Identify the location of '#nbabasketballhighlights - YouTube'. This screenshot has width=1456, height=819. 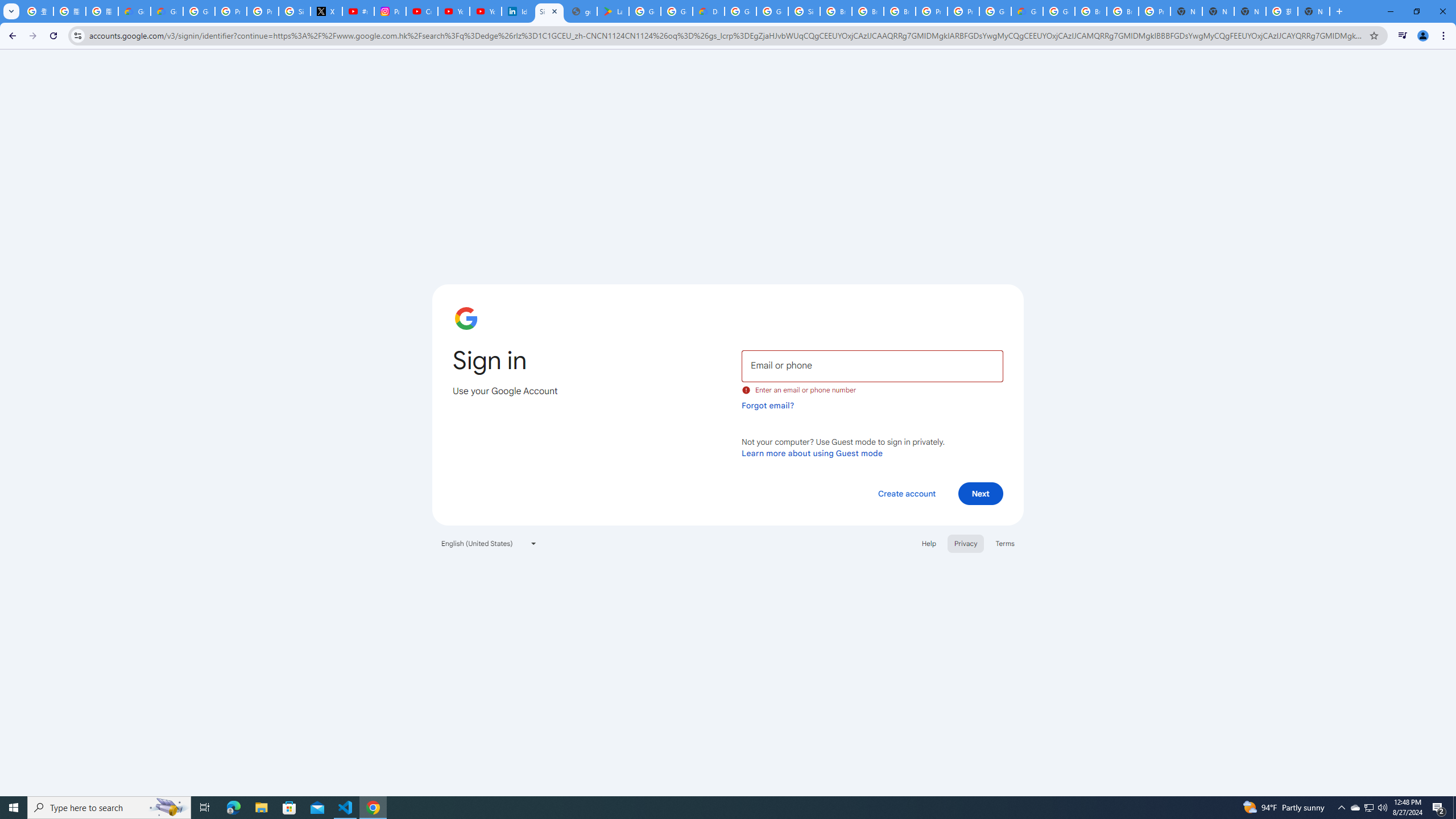
(359, 11).